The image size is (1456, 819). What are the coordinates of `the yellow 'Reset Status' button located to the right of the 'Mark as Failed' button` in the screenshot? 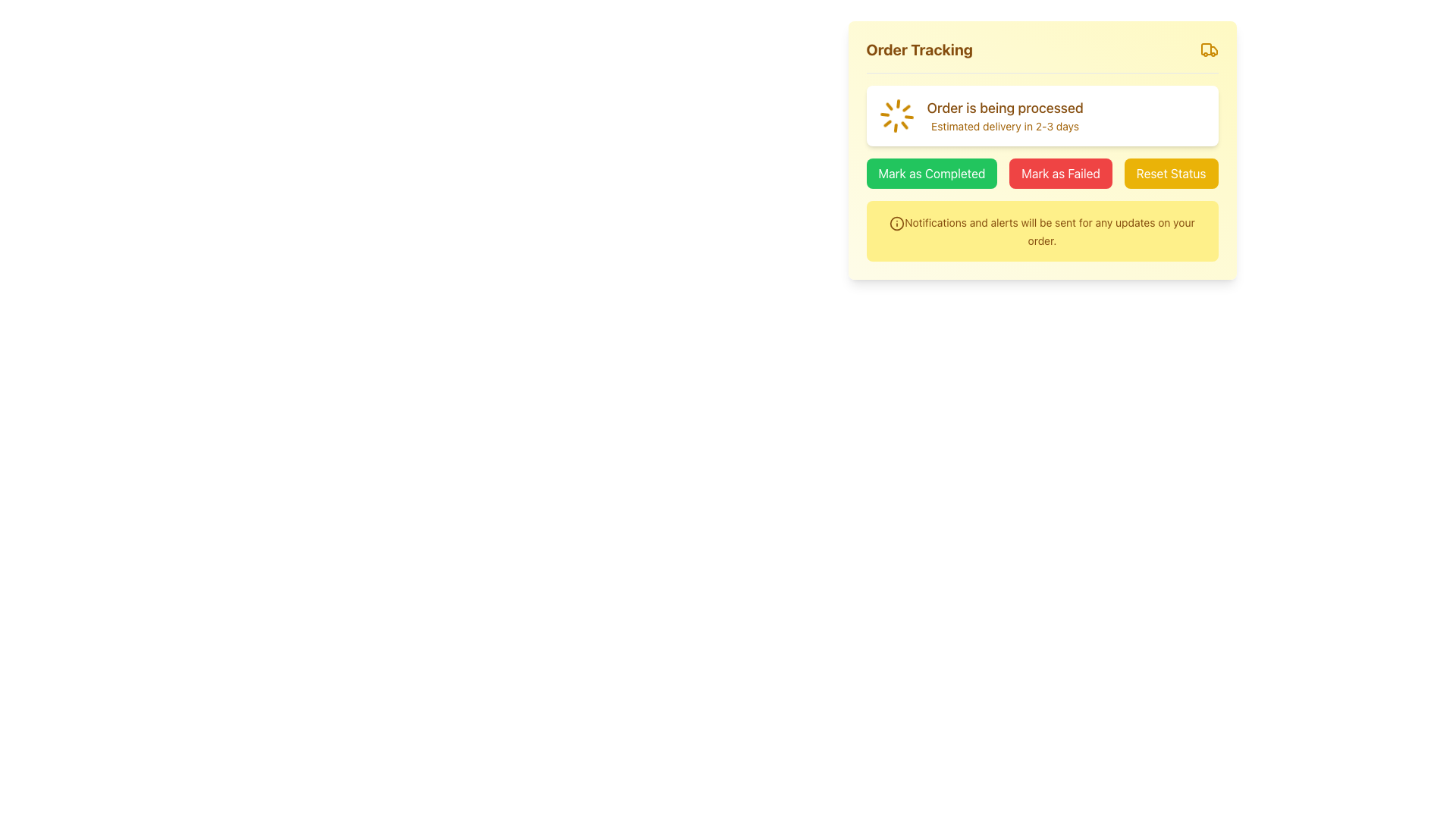 It's located at (1170, 172).